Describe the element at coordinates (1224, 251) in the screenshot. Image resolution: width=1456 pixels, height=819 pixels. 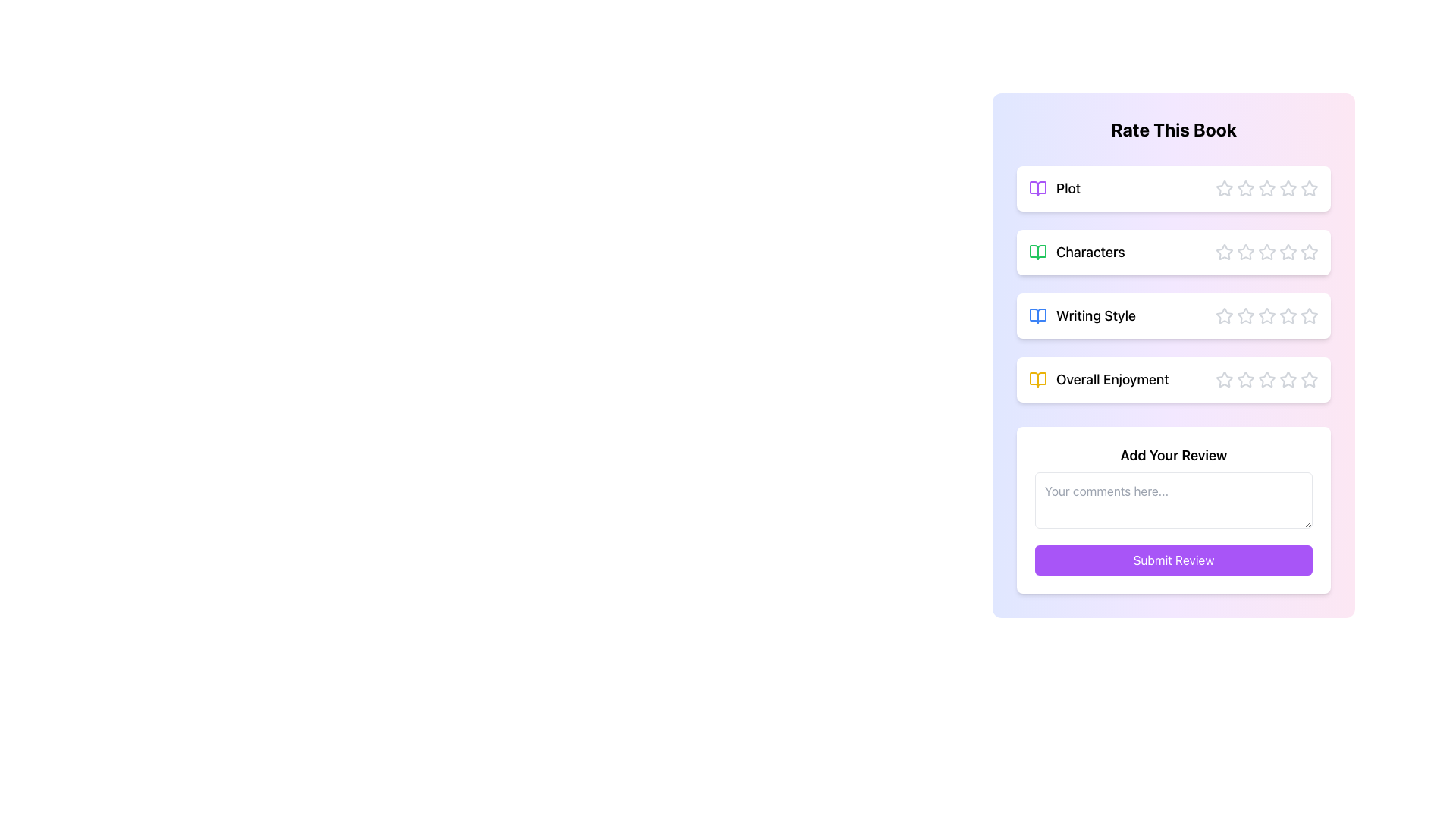
I see `the first star-shaped icon in the horizontal arrangement of stars under the 'Characters' rating label` at that location.